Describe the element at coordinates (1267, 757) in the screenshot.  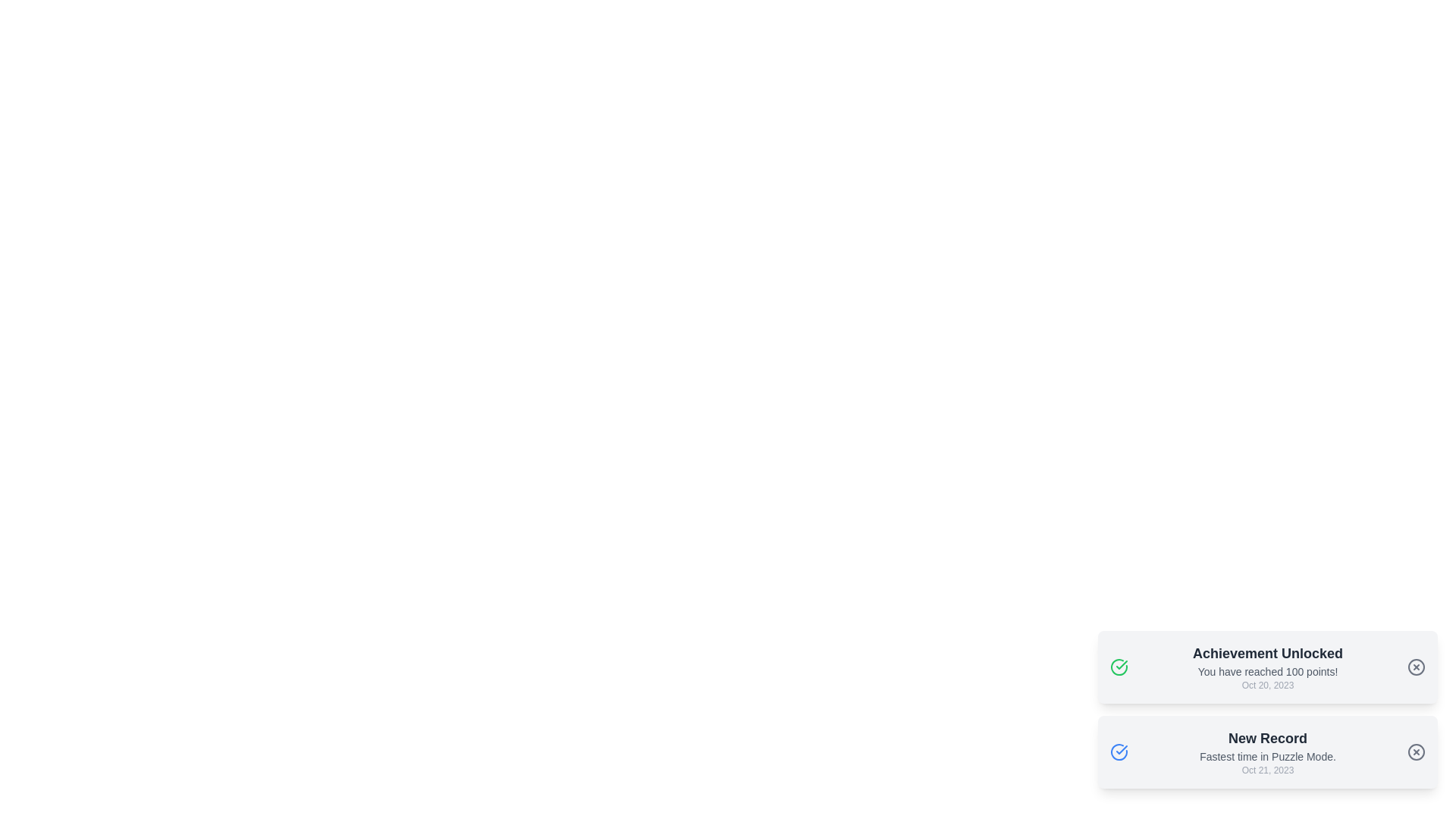
I see `the text label displaying 'Fastest time in Puzzle Mode', which is styled in a small gray font and located between 'New Record' and 'Oct 21, 2023'` at that location.